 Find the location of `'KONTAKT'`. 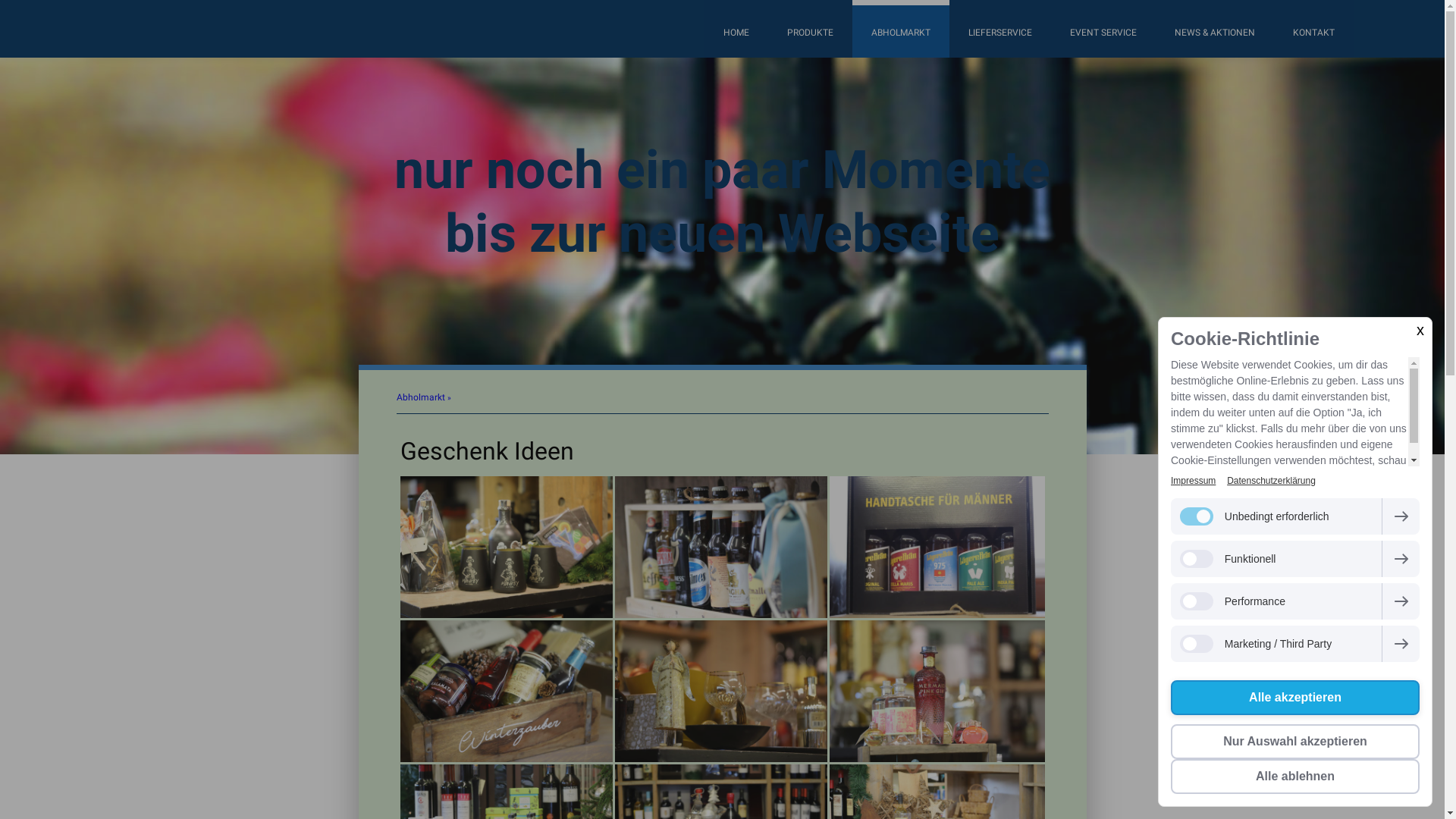

'KONTAKT' is located at coordinates (1313, 29).